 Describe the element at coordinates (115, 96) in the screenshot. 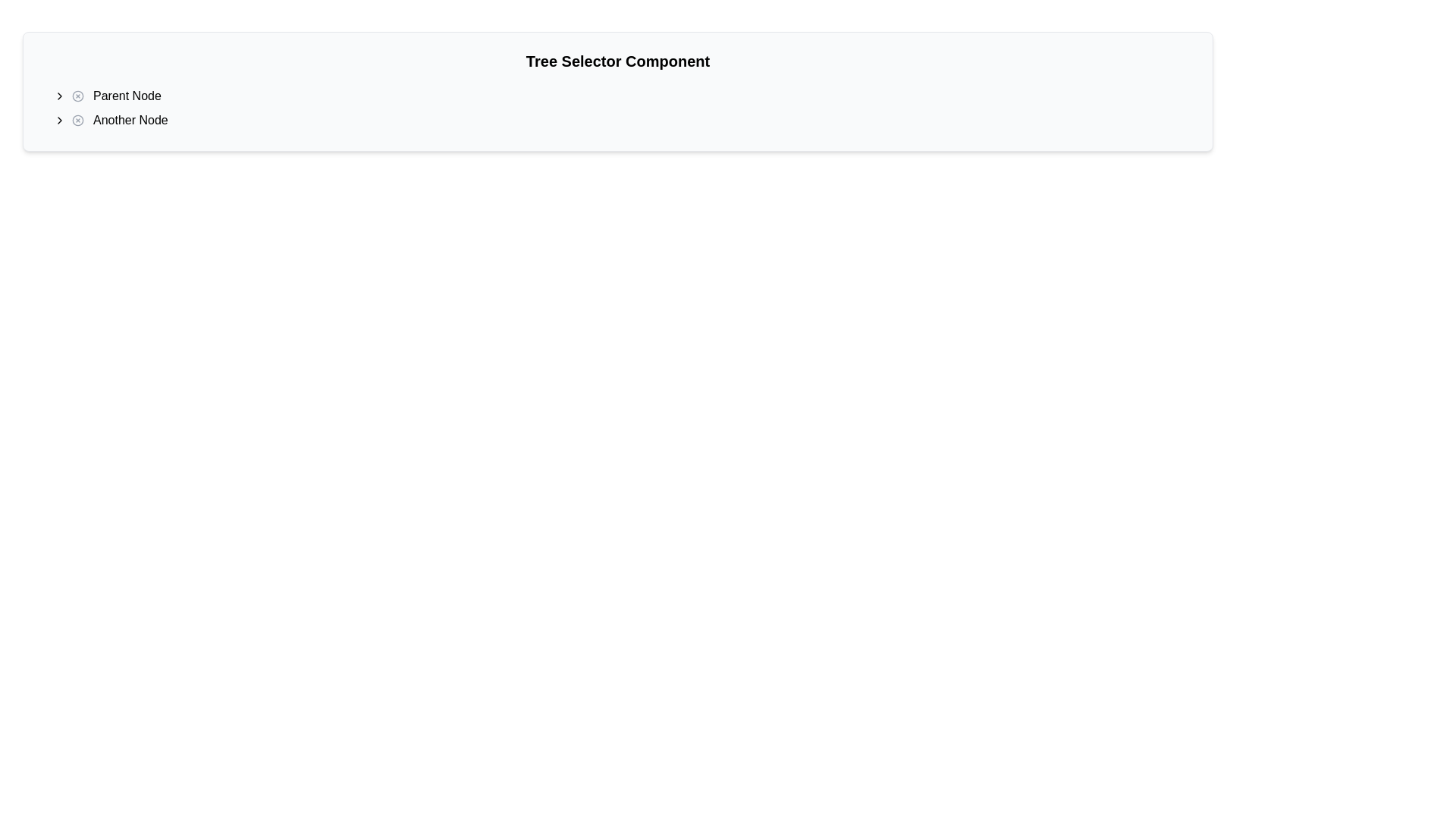

I see `to select the Tree Node Item located vertically below the expand/collapse arrow icon and above the node labeled 'Another Node'` at that location.